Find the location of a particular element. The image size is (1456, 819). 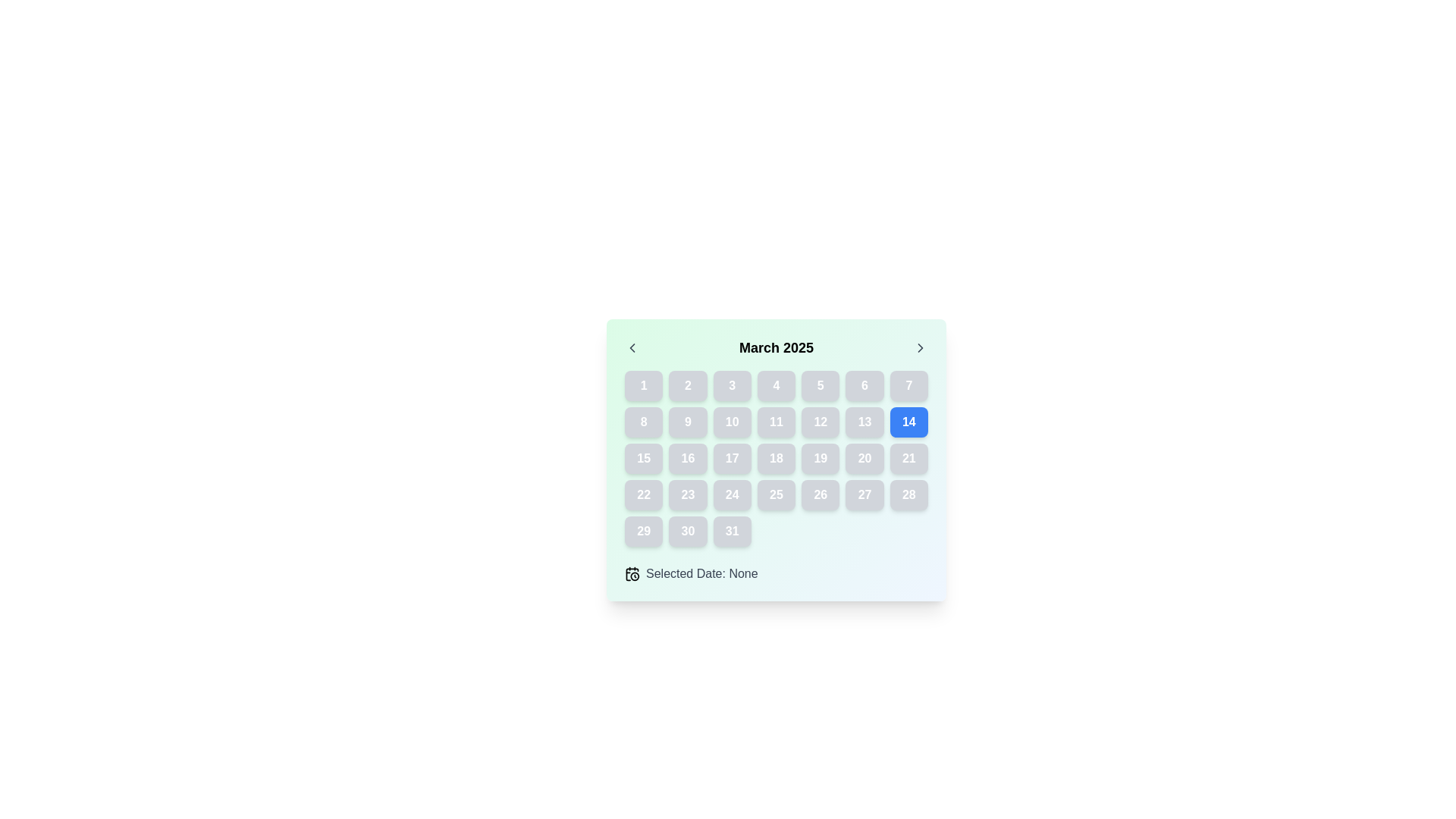

the rounded rectangular button displaying the number '9' located in the second row and second column of the grid to trigger its hover state is located at coordinates (687, 422).